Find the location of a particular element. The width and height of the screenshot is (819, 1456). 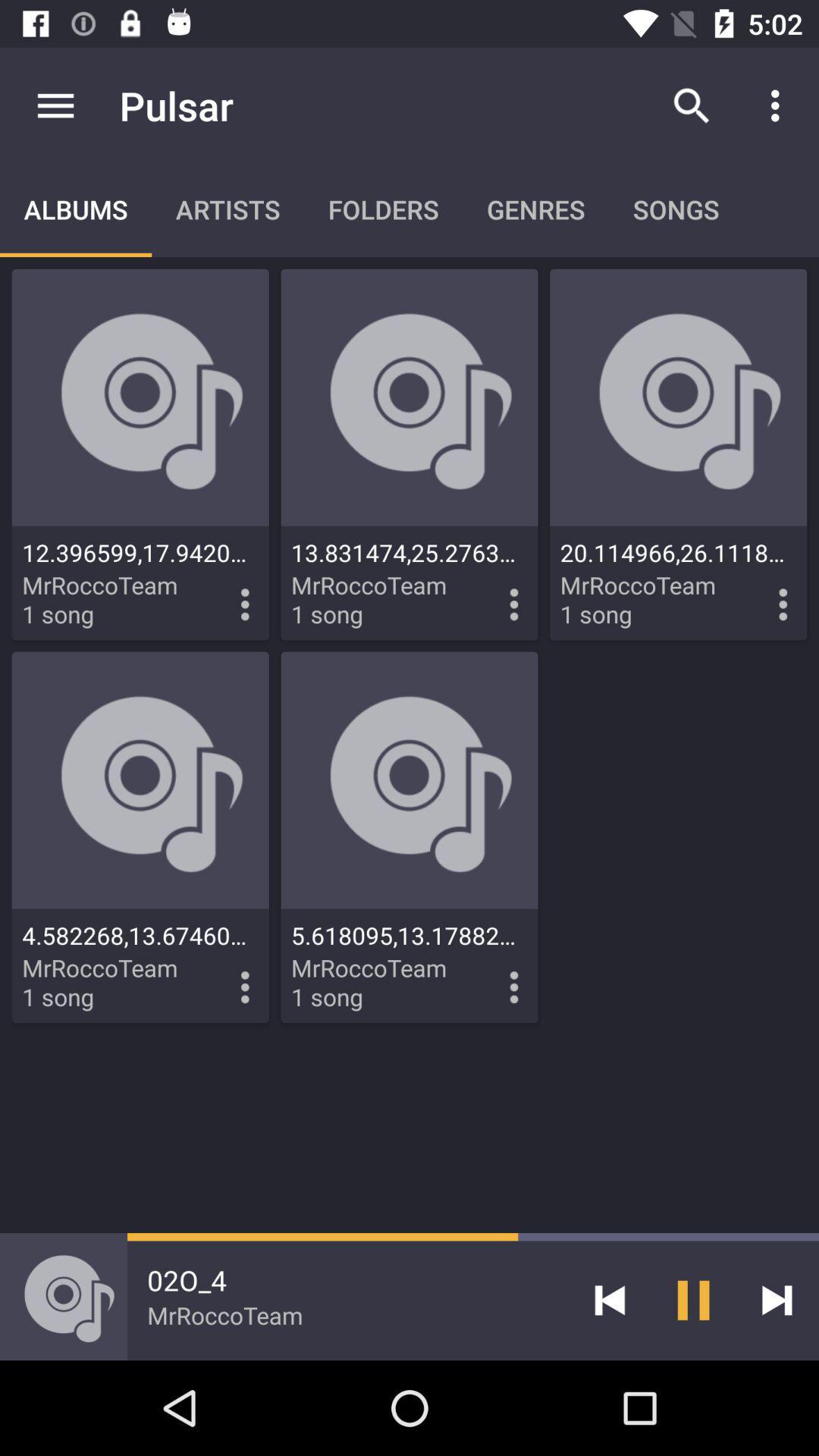

the icon above songs icon is located at coordinates (691, 105).